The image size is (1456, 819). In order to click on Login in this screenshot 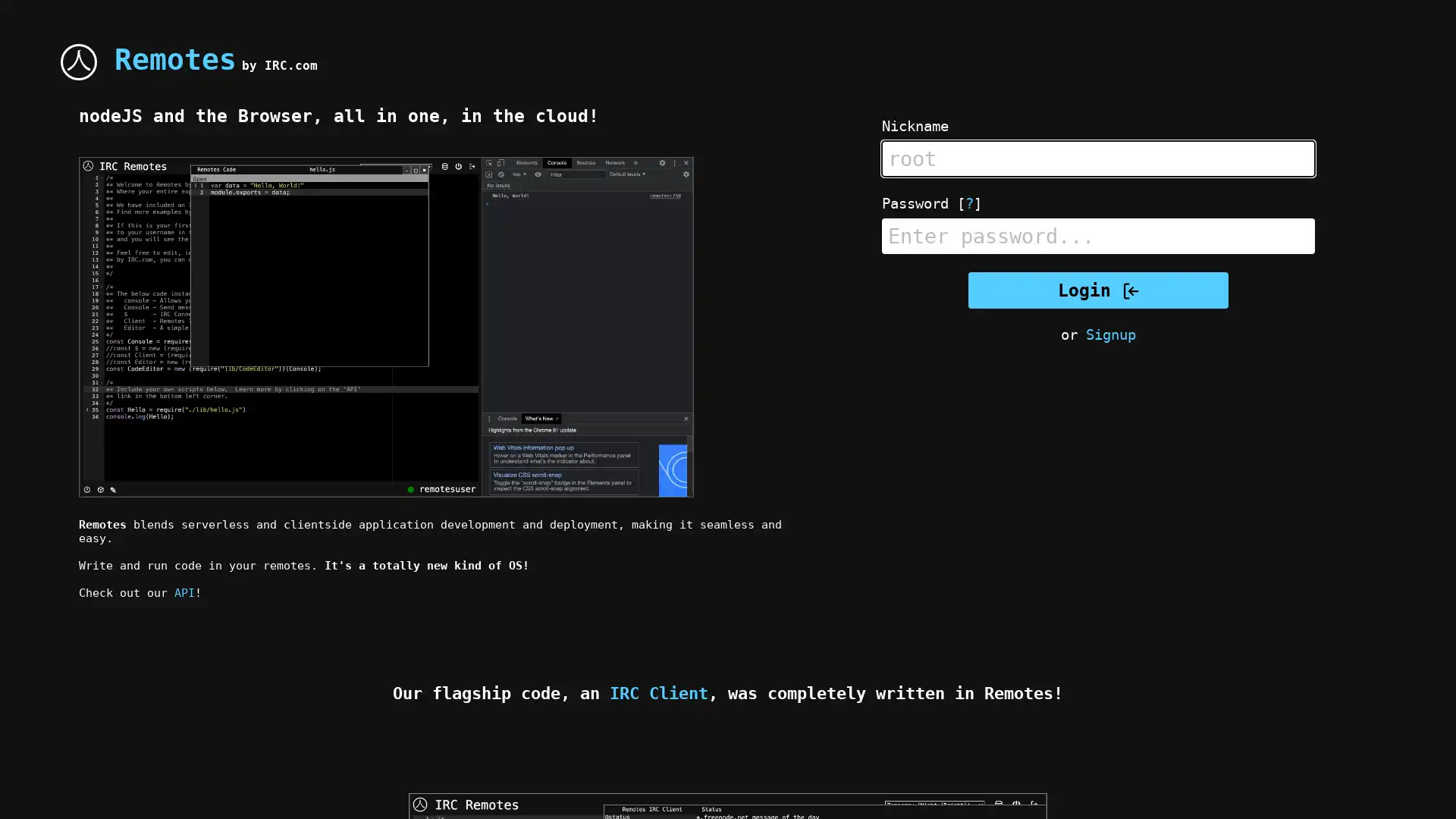, I will do `click(1098, 290)`.